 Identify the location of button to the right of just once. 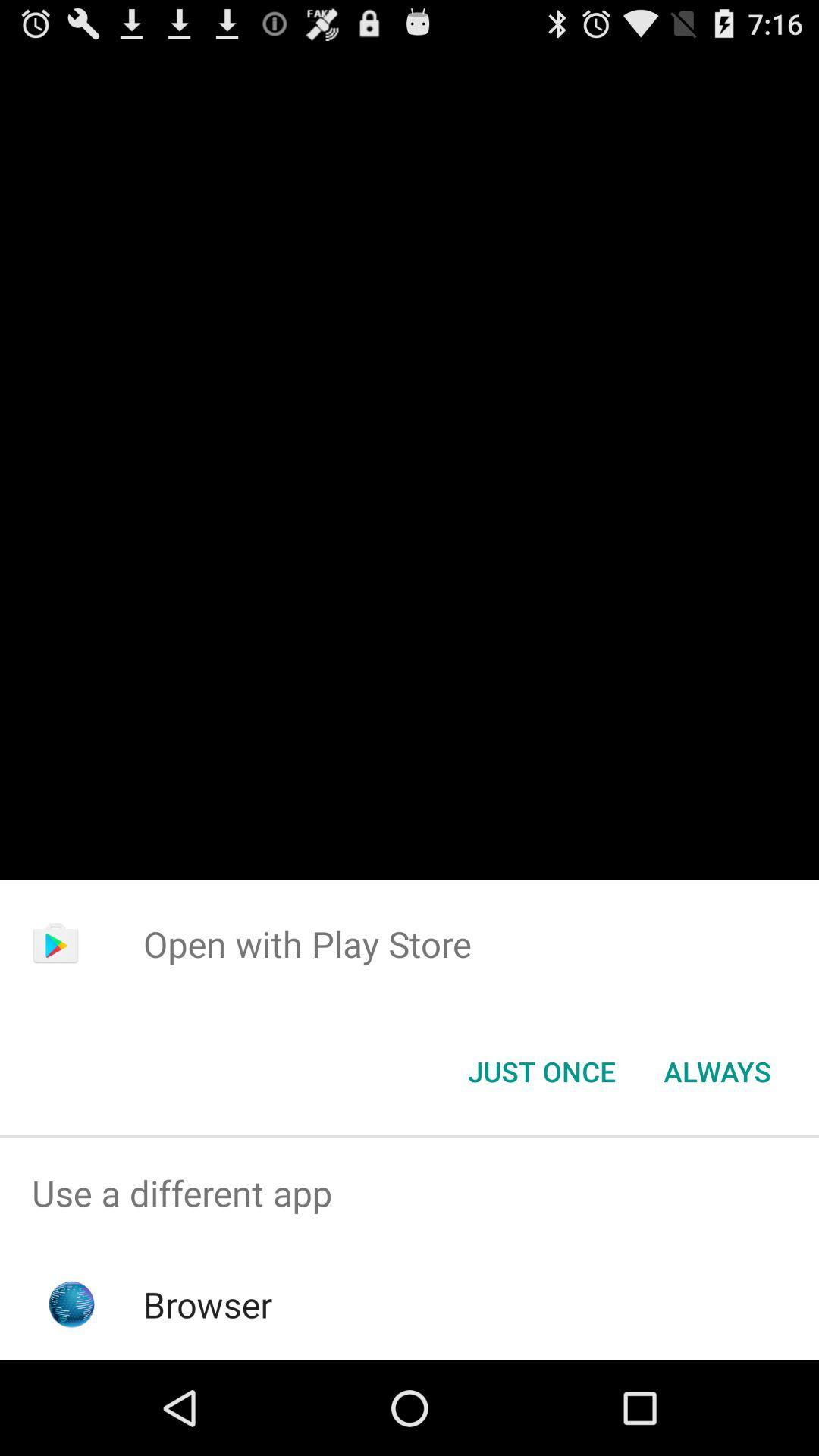
(717, 1070).